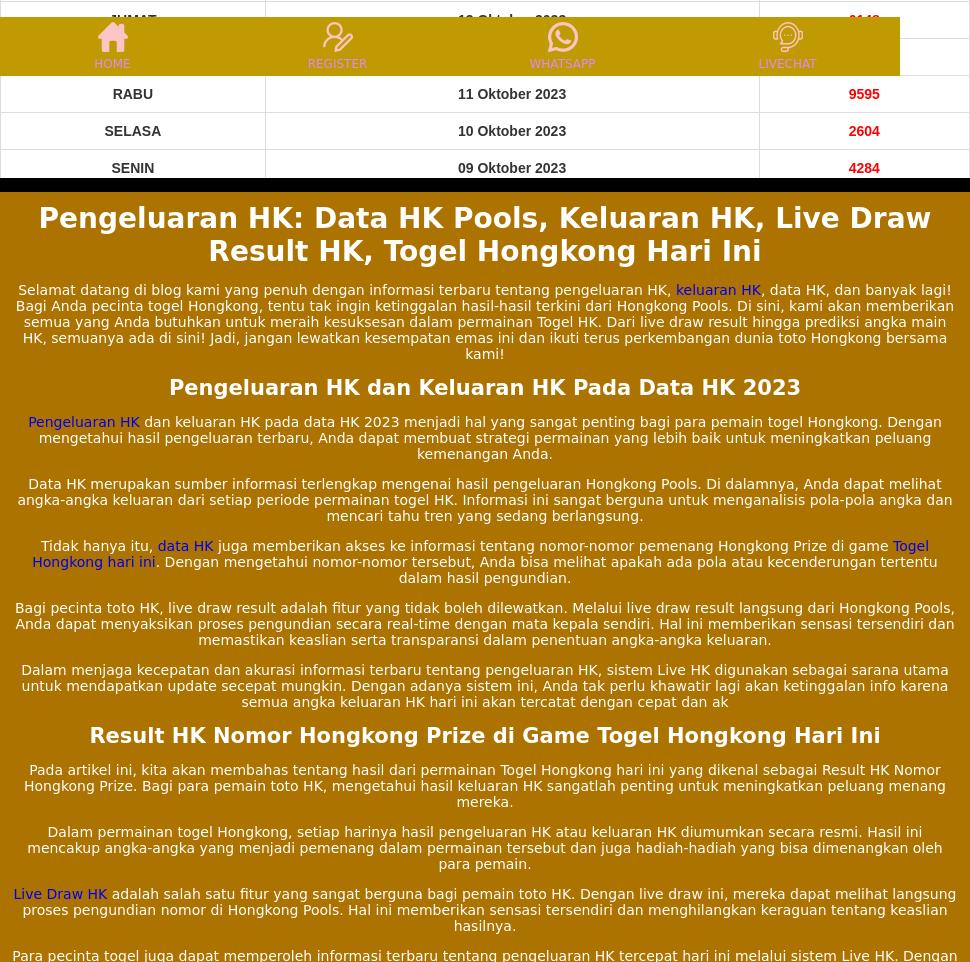 This screenshot has width=970, height=962. What do you see at coordinates (551, 544) in the screenshot?
I see `'juga memberikan akses ke informasi tentang nomor-nomor pemenang Hongkong Prize di game'` at bounding box center [551, 544].